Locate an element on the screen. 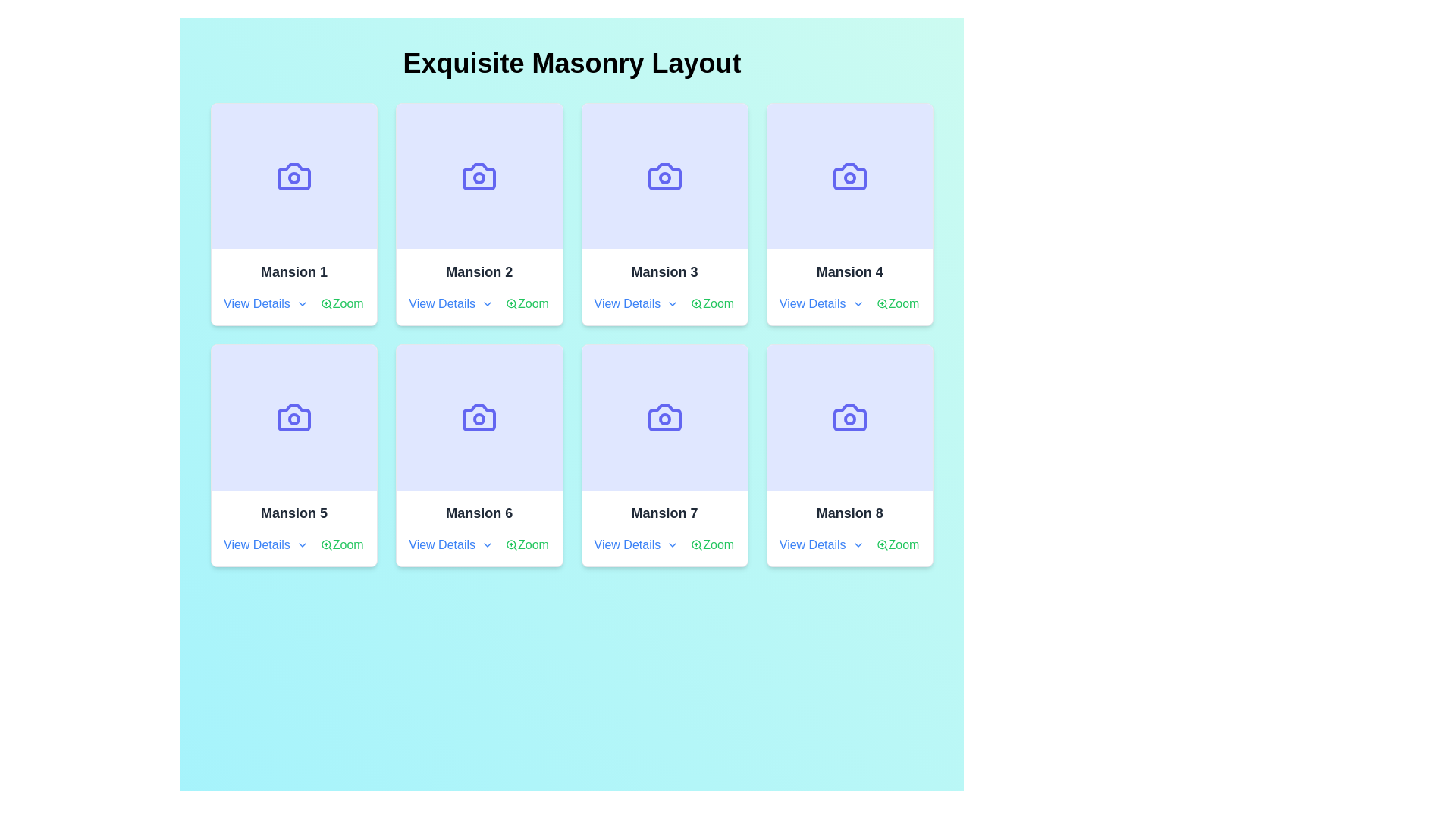 Image resolution: width=1456 pixels, height=819 pixels. the hyperlink text for 'Mansion 6' is located at coordinates (450, 544).